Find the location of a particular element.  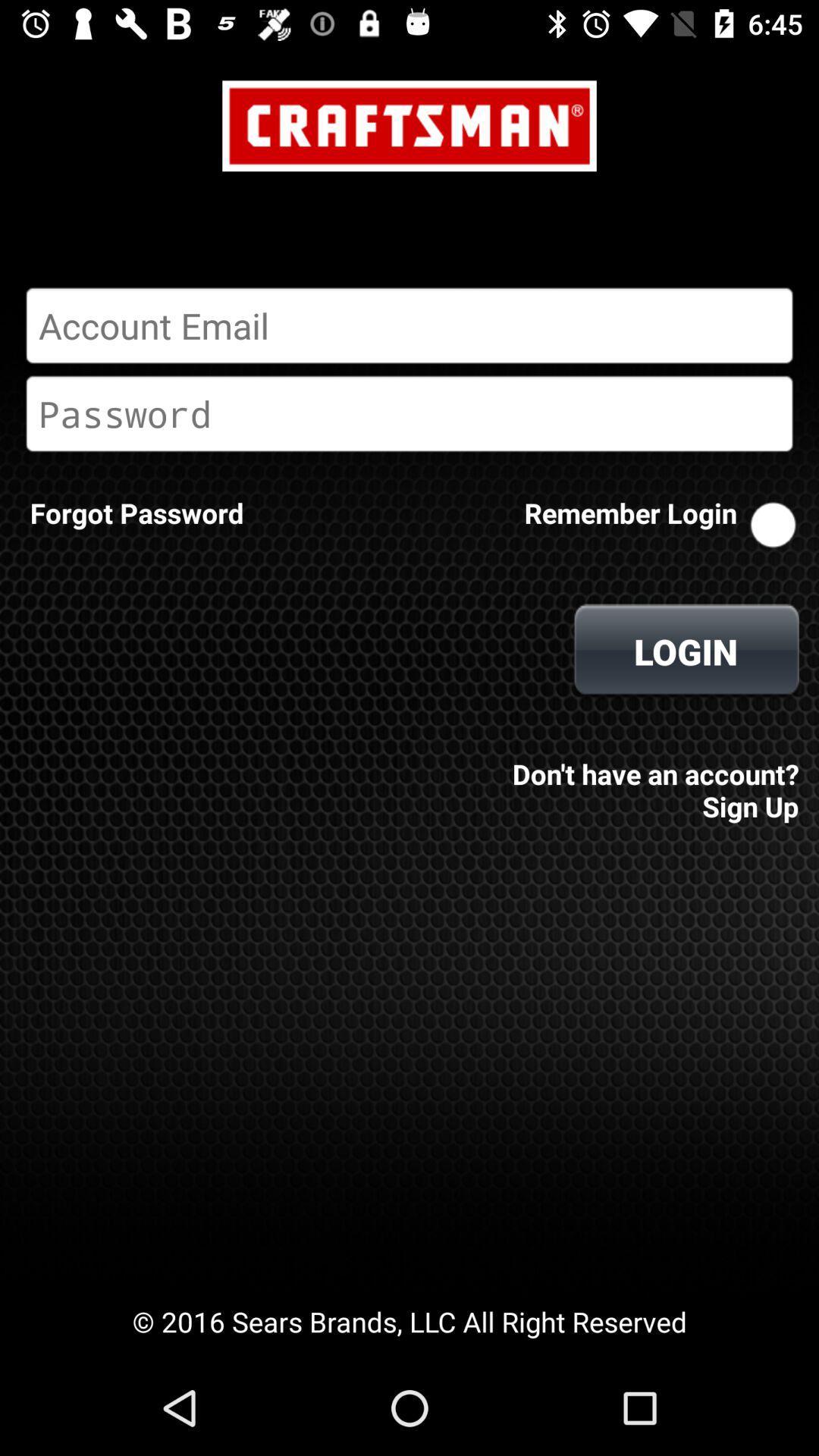

the item below login is located at coordinates (651, 780).